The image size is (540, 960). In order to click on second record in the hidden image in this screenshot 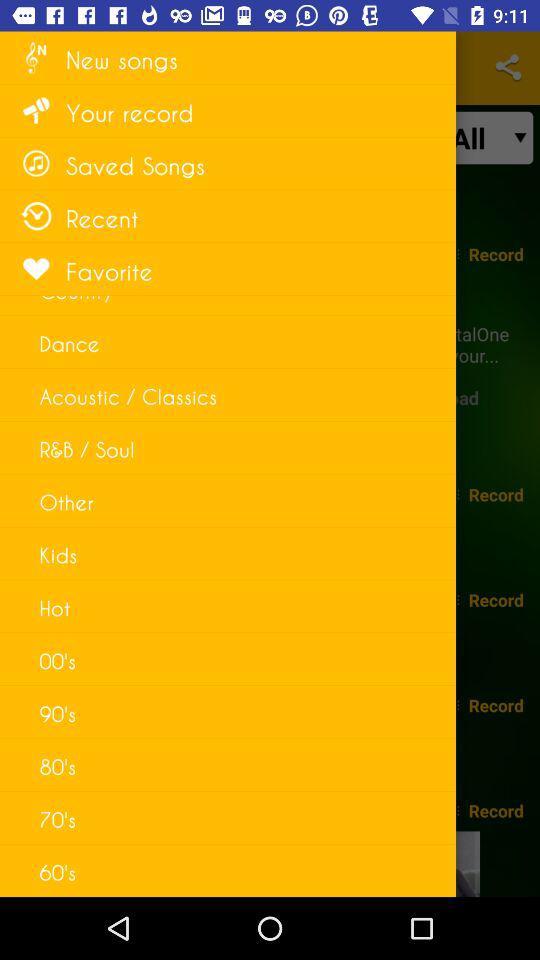, I will do `click(495, 493)`.